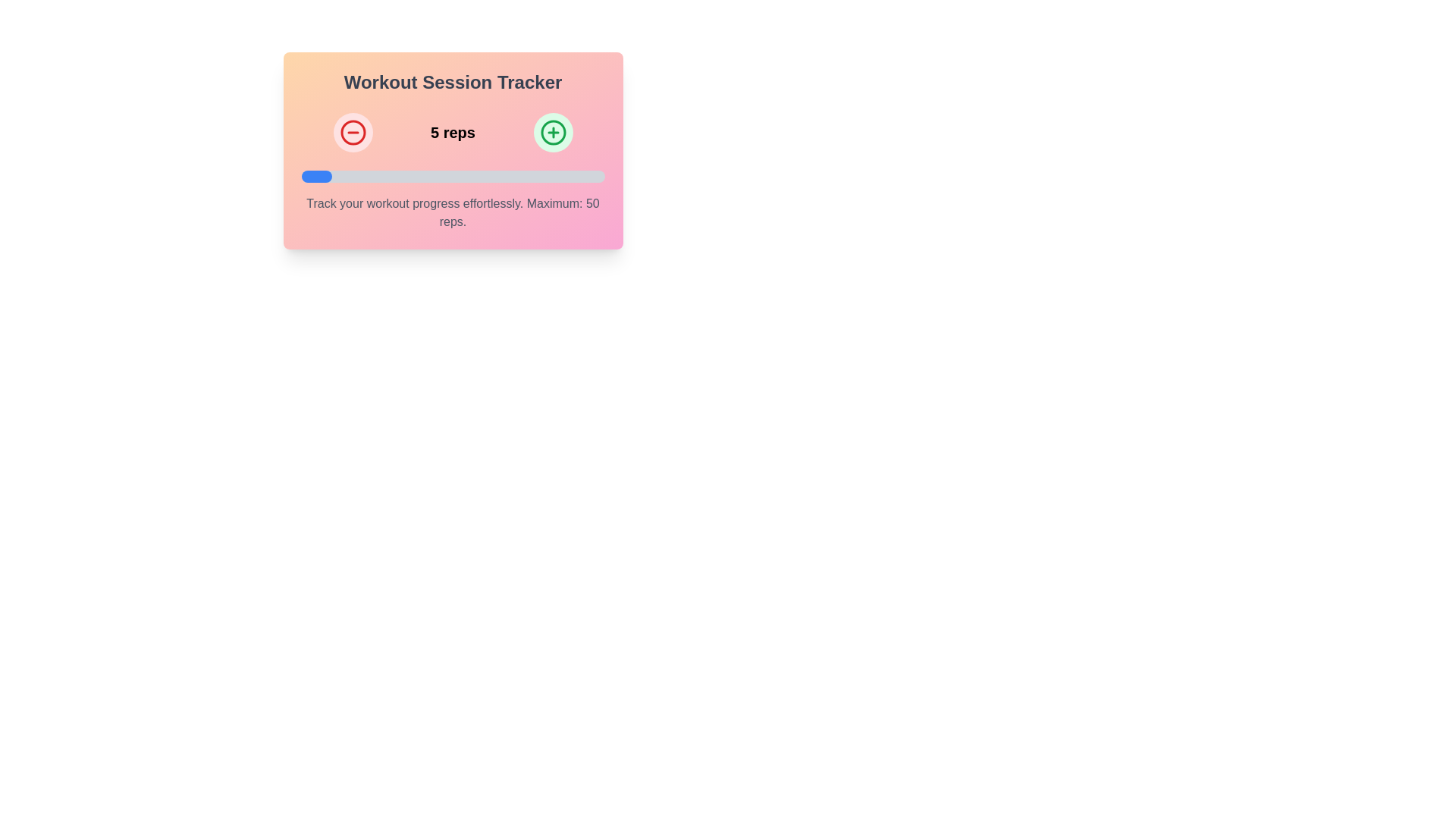 This screenshot has width=1456, height=819. I want to click on the increment button located on the right side of the section displaying the current repetition count, so click(552, 131).